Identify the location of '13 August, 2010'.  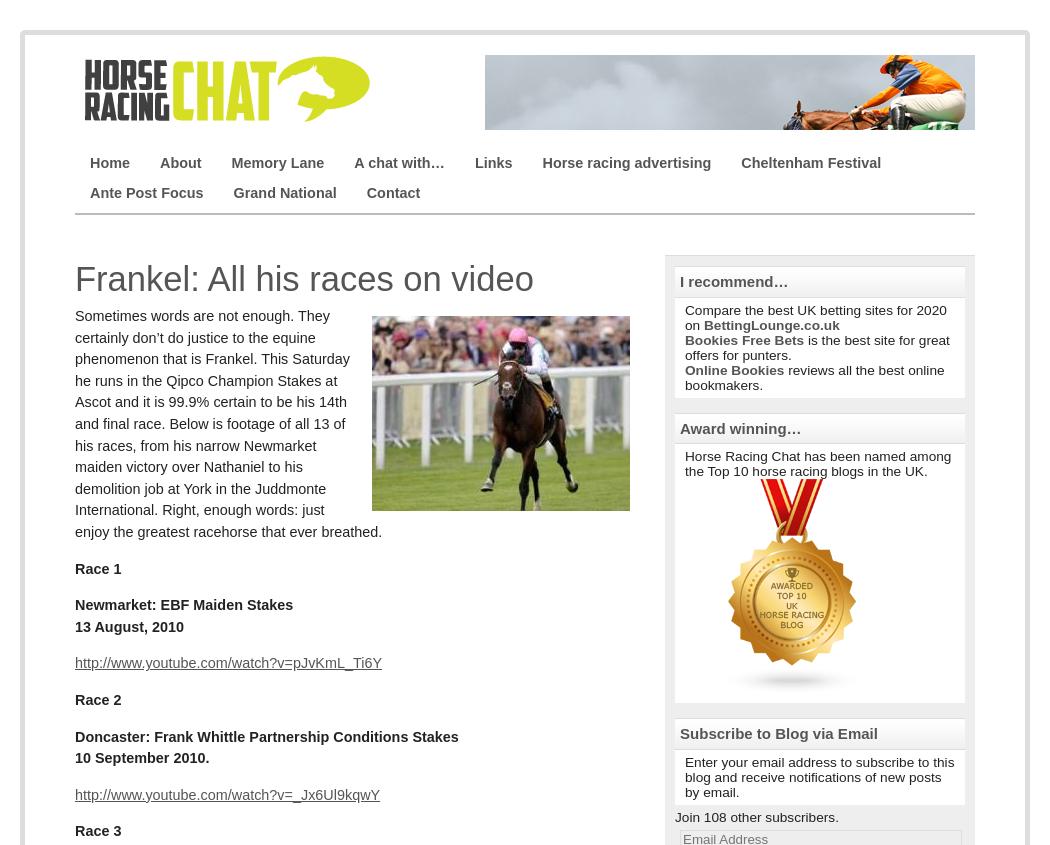
(73, 625).